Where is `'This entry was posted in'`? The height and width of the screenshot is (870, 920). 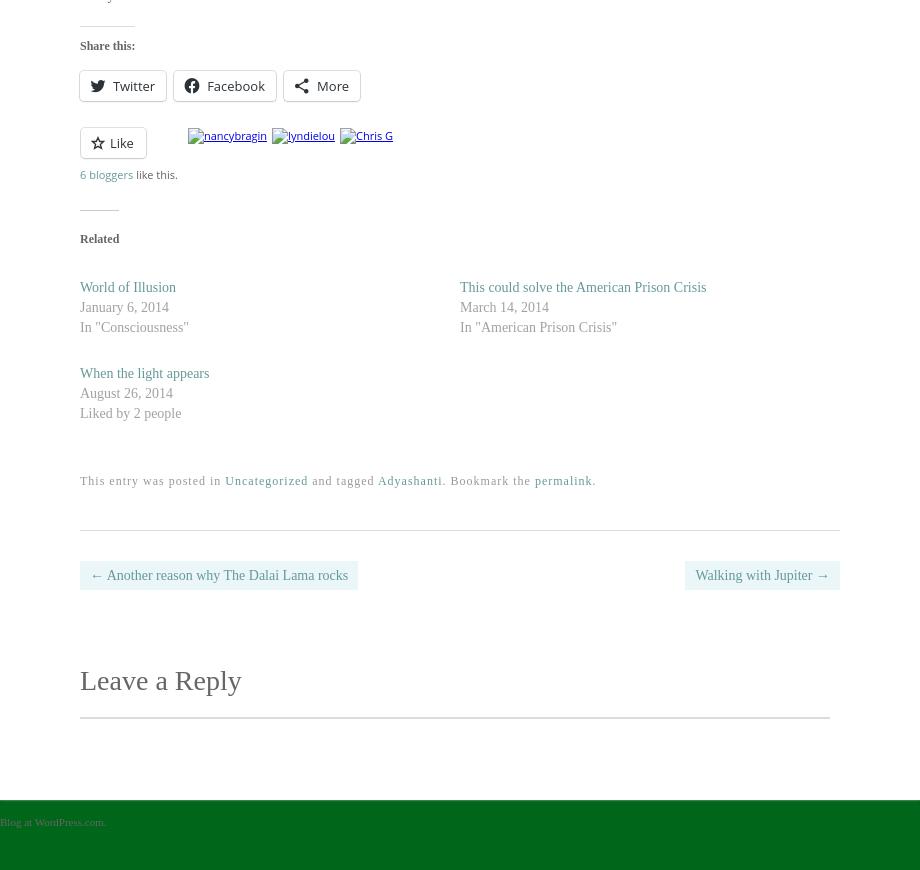 'This entry was posted in' is located at coordinates (151, 478).